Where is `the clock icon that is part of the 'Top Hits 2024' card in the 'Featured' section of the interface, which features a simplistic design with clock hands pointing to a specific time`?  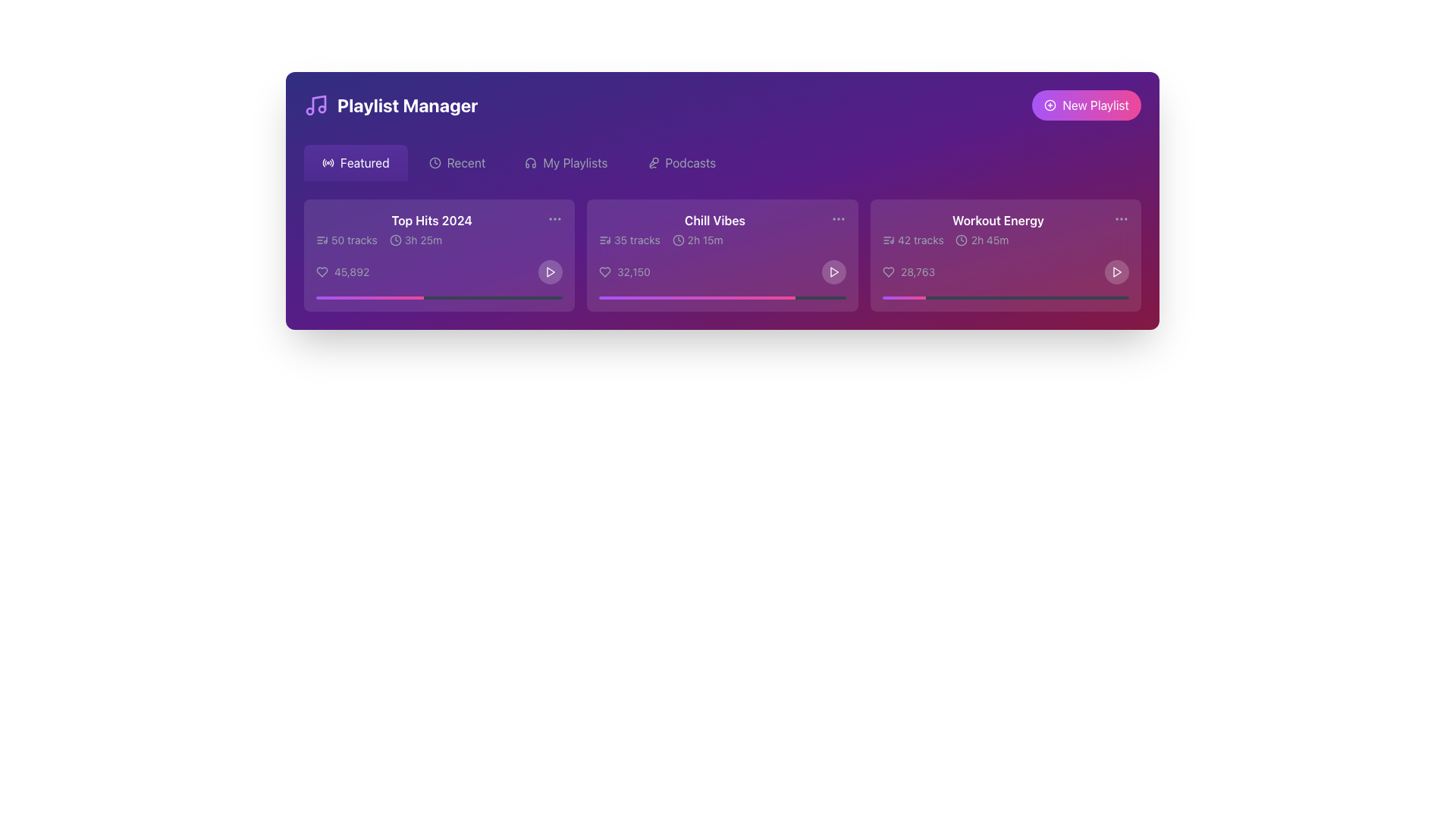
the clock icon that is part of the 'Top Hits 2024' card in the 'Featured' section of the interface, which features a simplistic design with clock hands pointing to a specific time is located at coordinates (395, 239).